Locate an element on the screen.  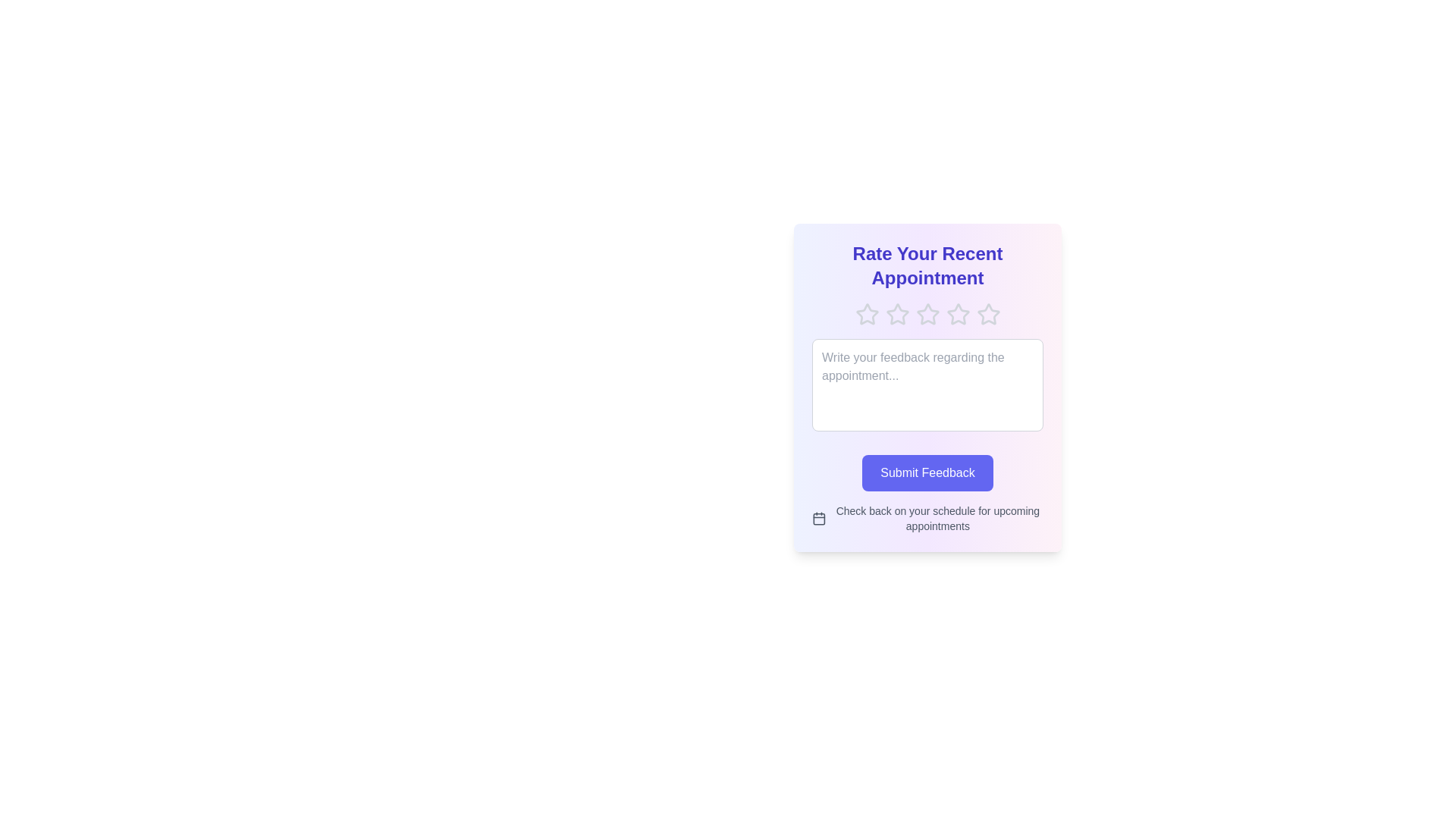
the star corresponding to 5 to preview the rating is located at coordinates (988, 314).